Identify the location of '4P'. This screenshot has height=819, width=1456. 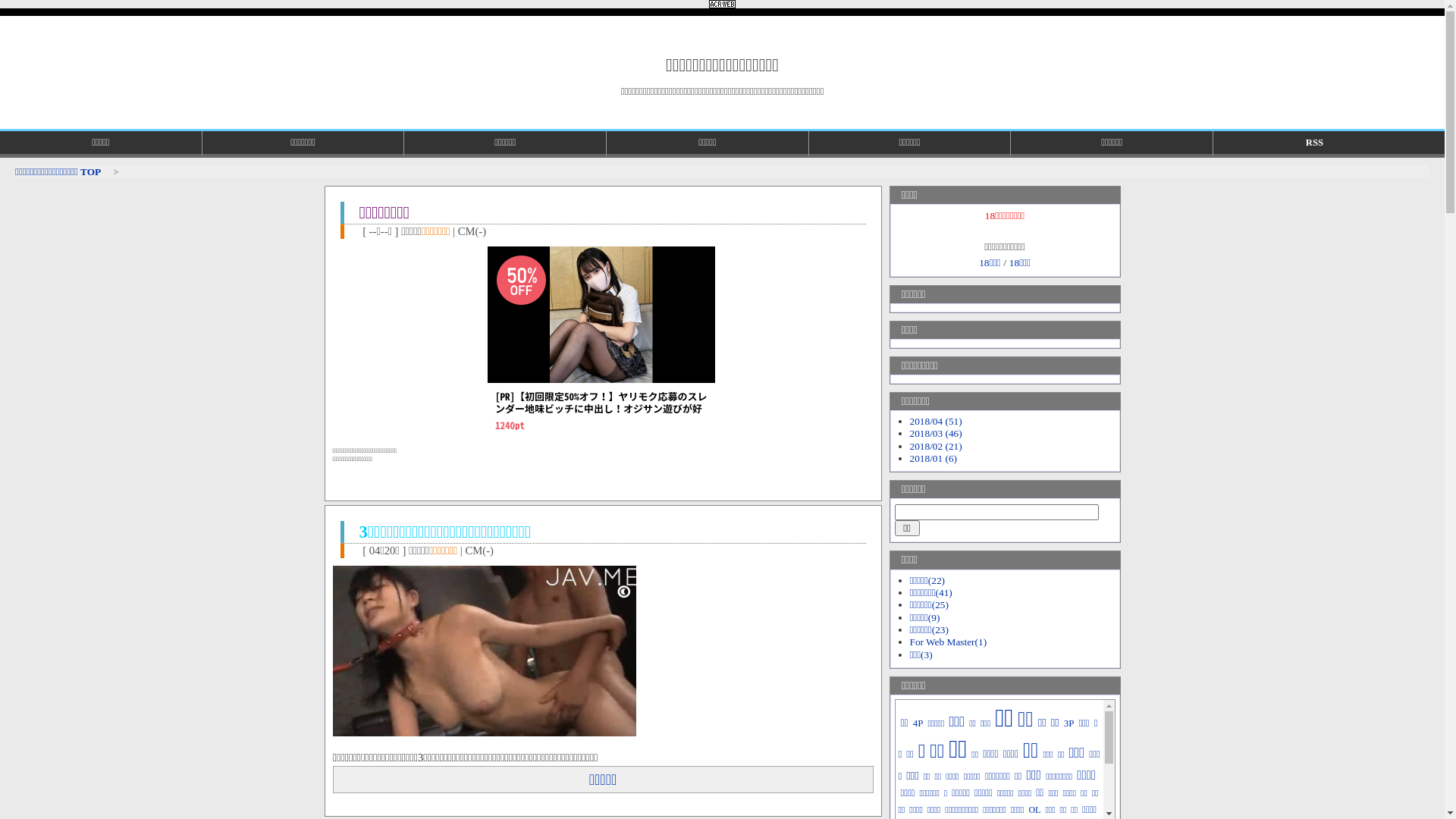
(917, 722).